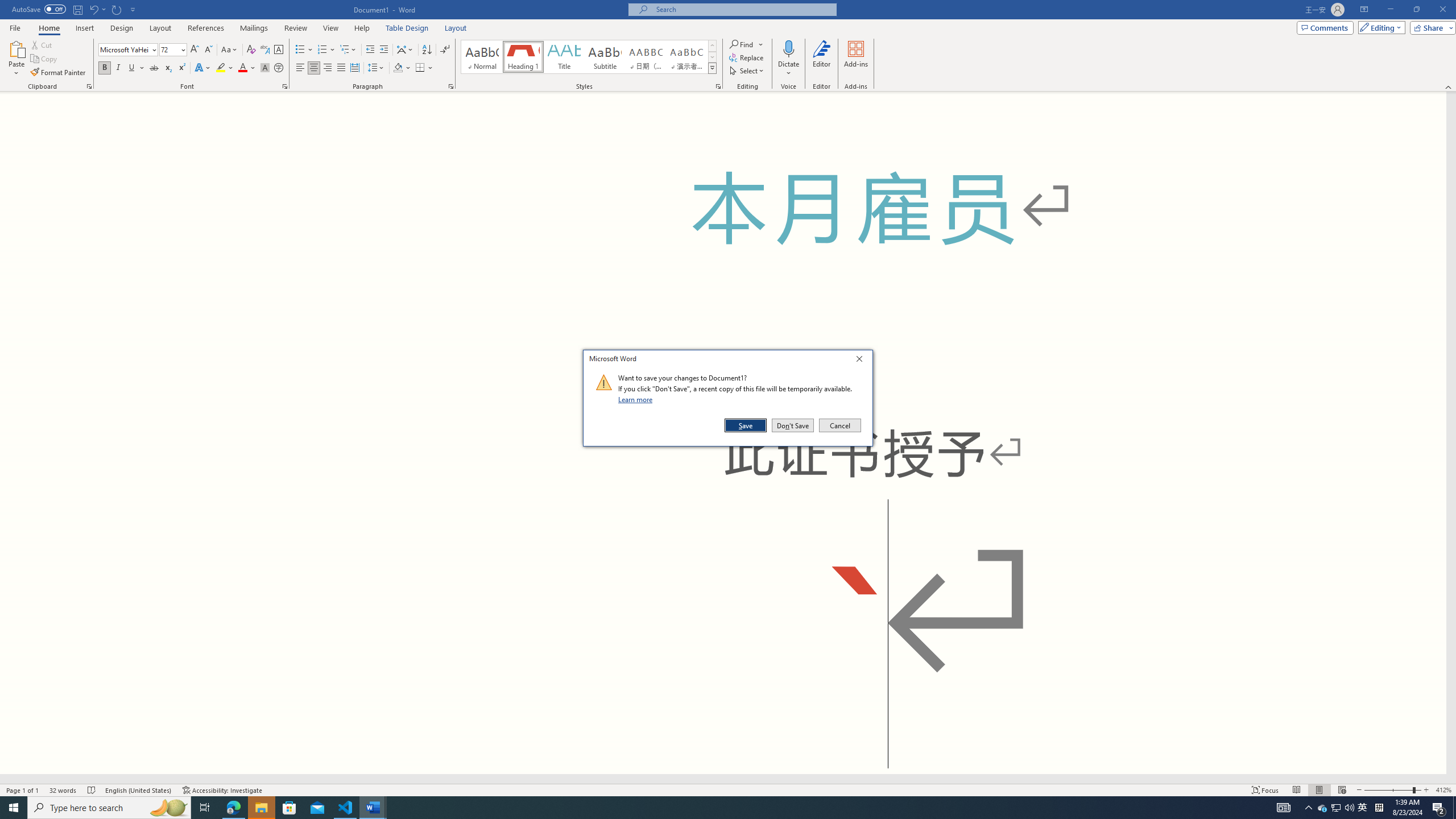  I want to click on 'Word - 2 running windows', so click(373, 806).